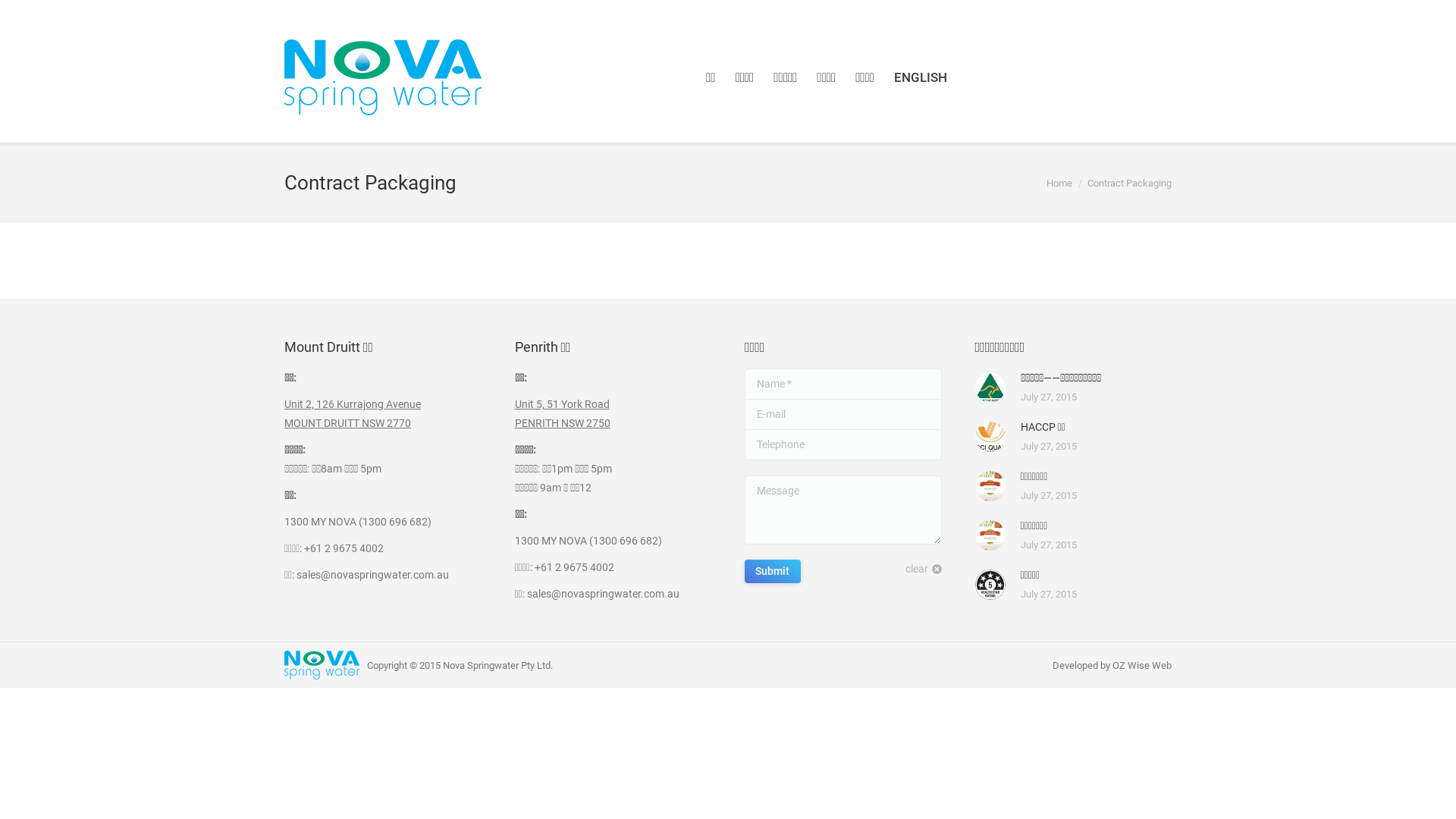 This screenshot has height=819, width=1456. I want to click on 'OZ Wise Web', so click(1142, 664).